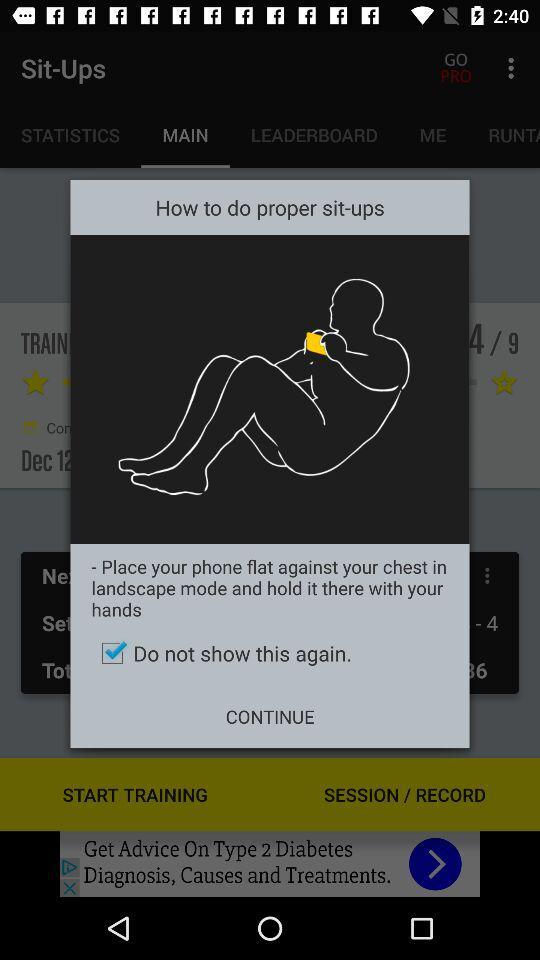  I want to click on the continue icon, so click(270, 716).